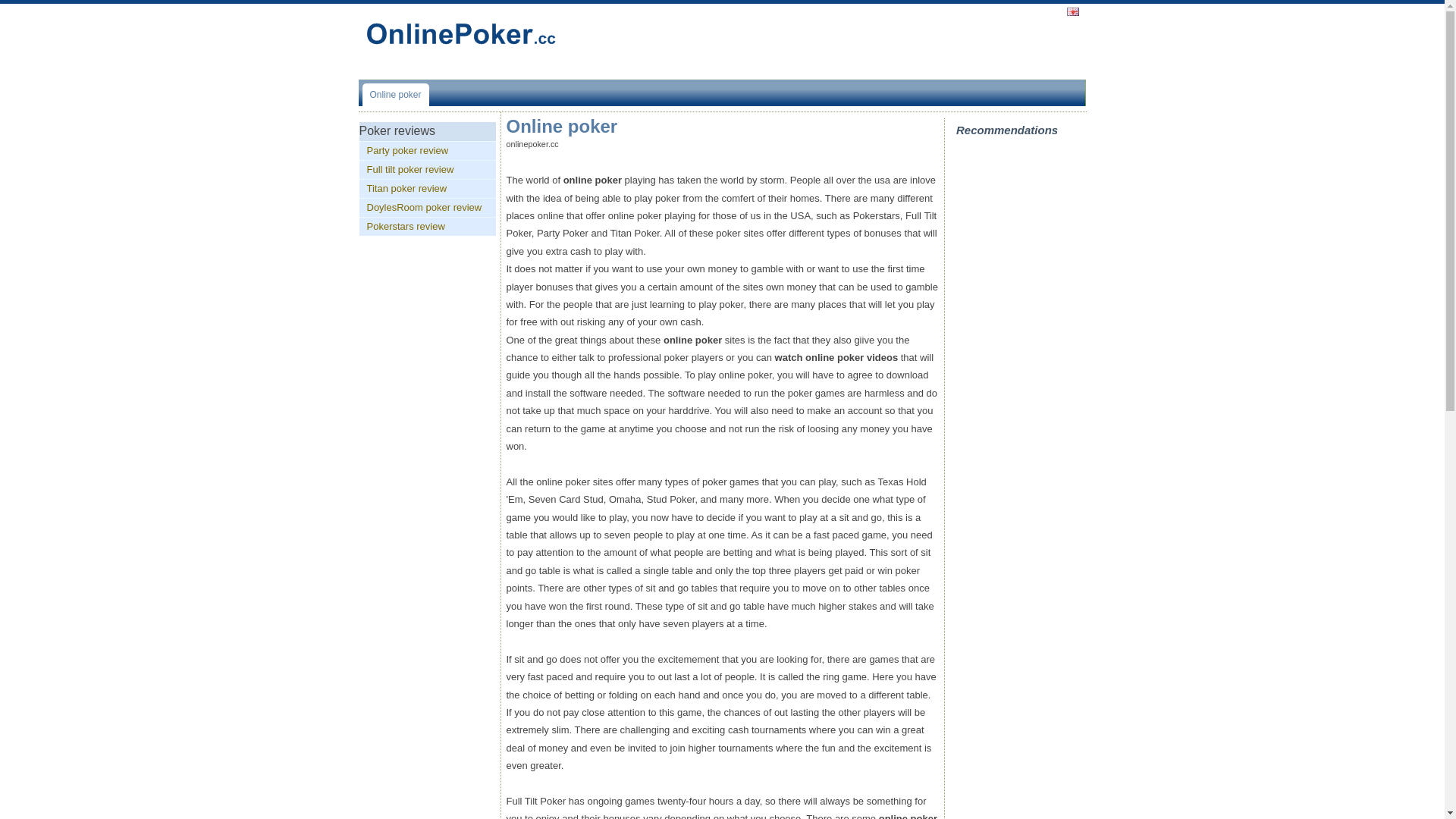  What do you see at coordinates (397, 94) in the screenshot?
I see `'Online poker'` at bounding box center [397, 94].